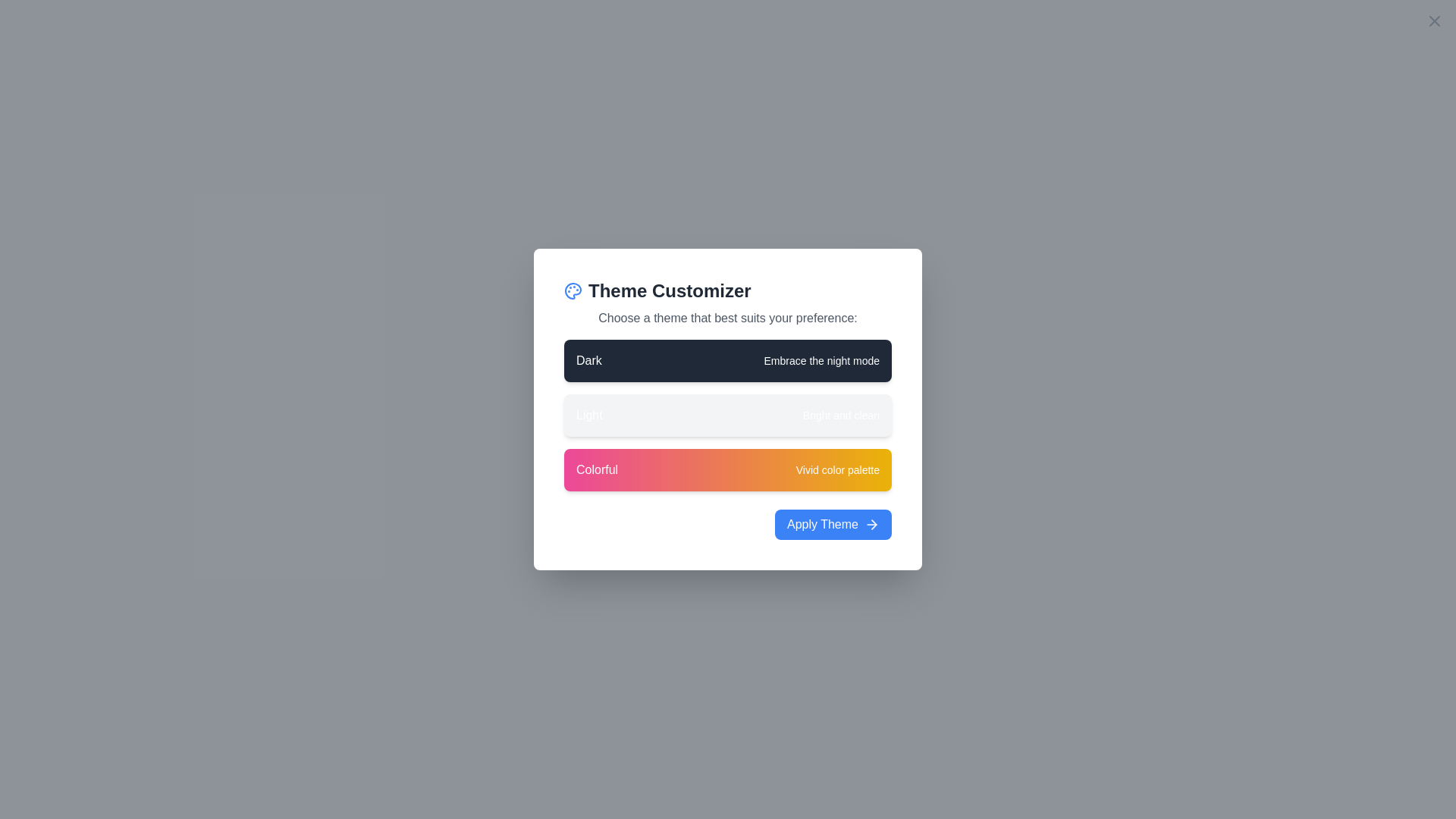 Image resolution: width=1456 pixels, height=819 pixels. What do you see at coordinates (728, 415) in the screenshot?
I see `the Selectable Theme Option labeled 'Light' in the Theme Customizer` at bounding box center [728, 415].